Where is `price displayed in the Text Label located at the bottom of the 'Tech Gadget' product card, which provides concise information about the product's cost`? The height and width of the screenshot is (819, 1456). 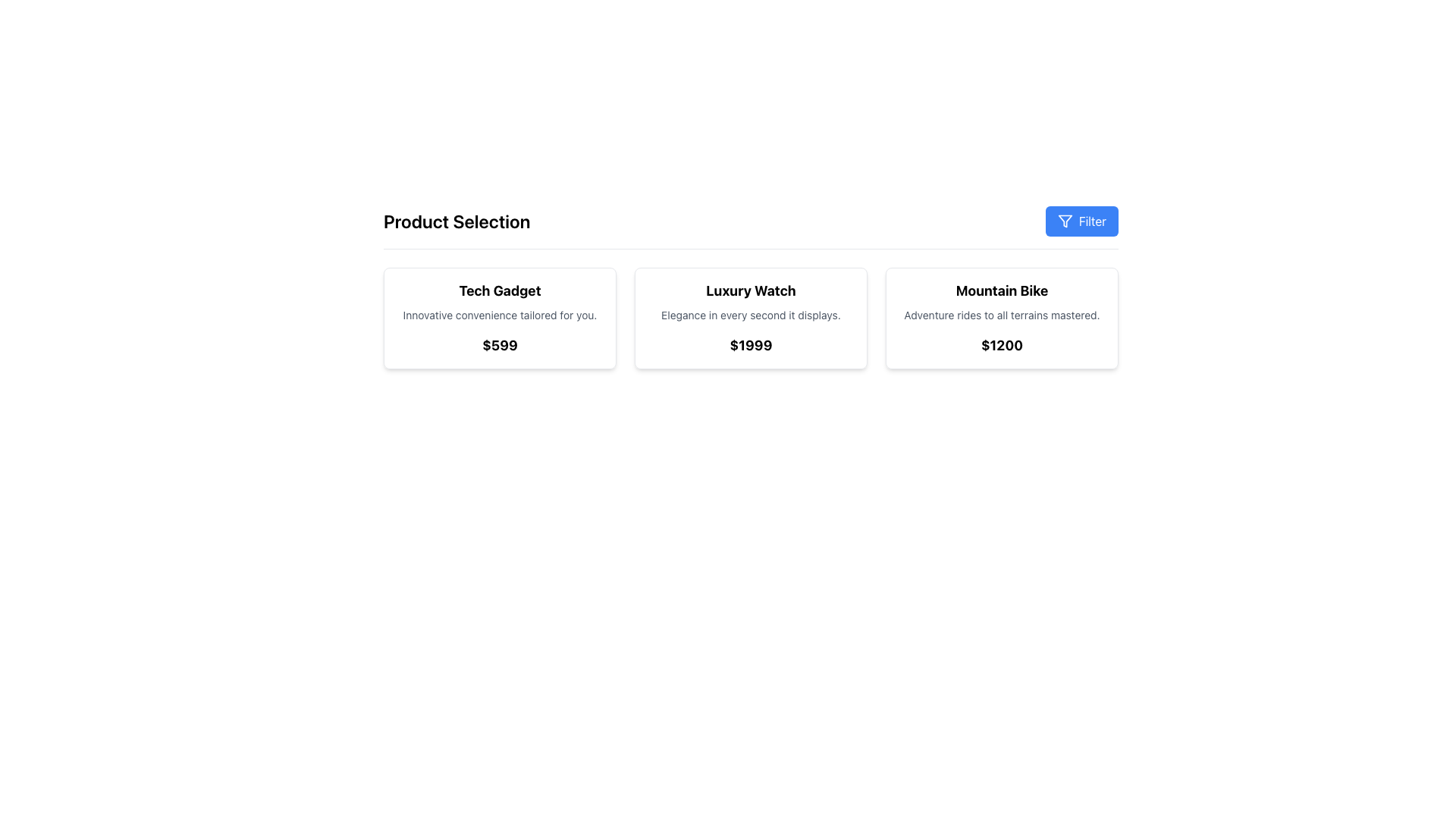
price displayed in the Text Label located at the bottom of the 'Tech Gadget' product card, which provides concise information about the product's cost is located at coordinates (500, 345).